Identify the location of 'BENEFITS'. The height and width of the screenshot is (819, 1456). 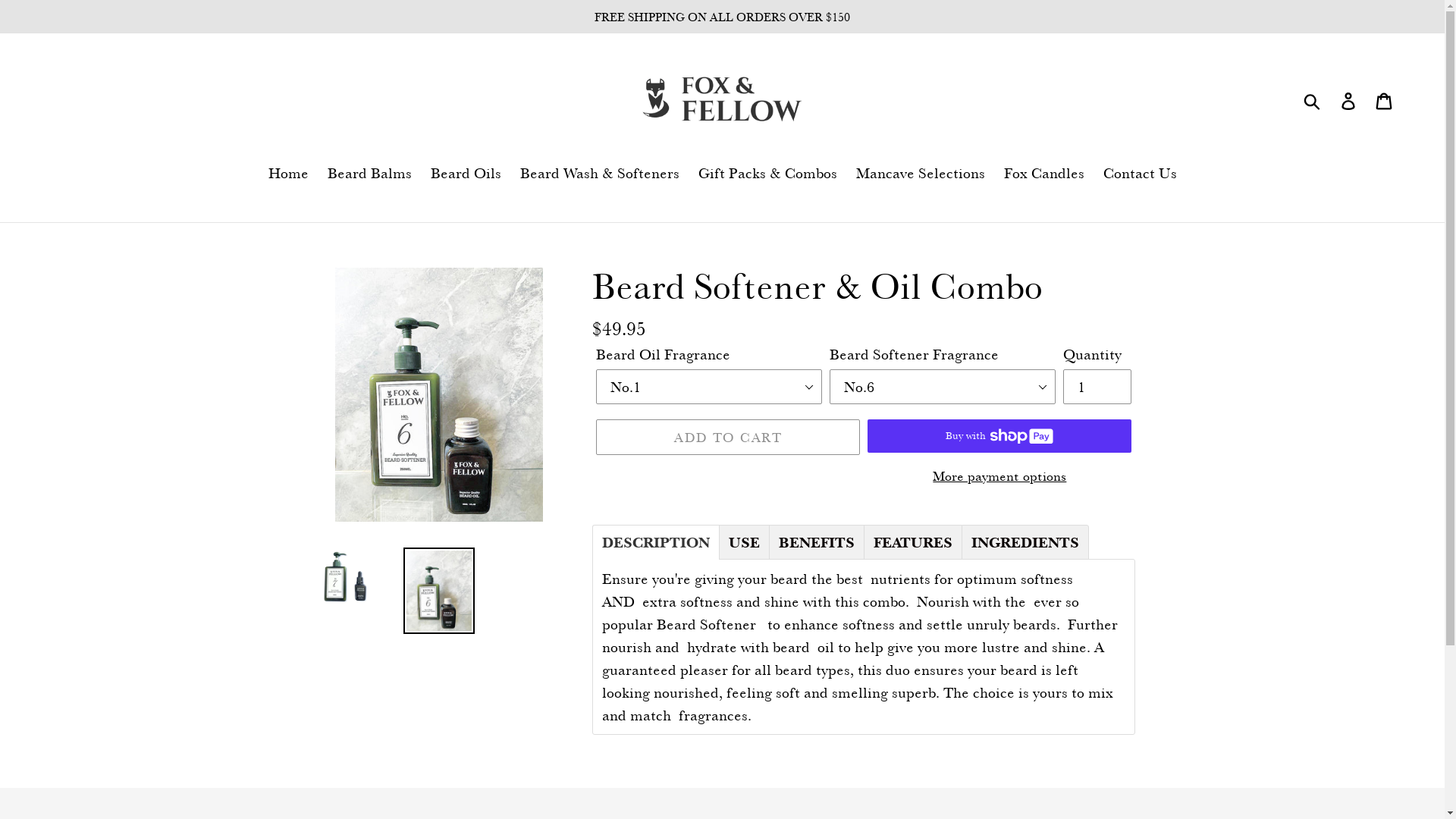
(779, 541).